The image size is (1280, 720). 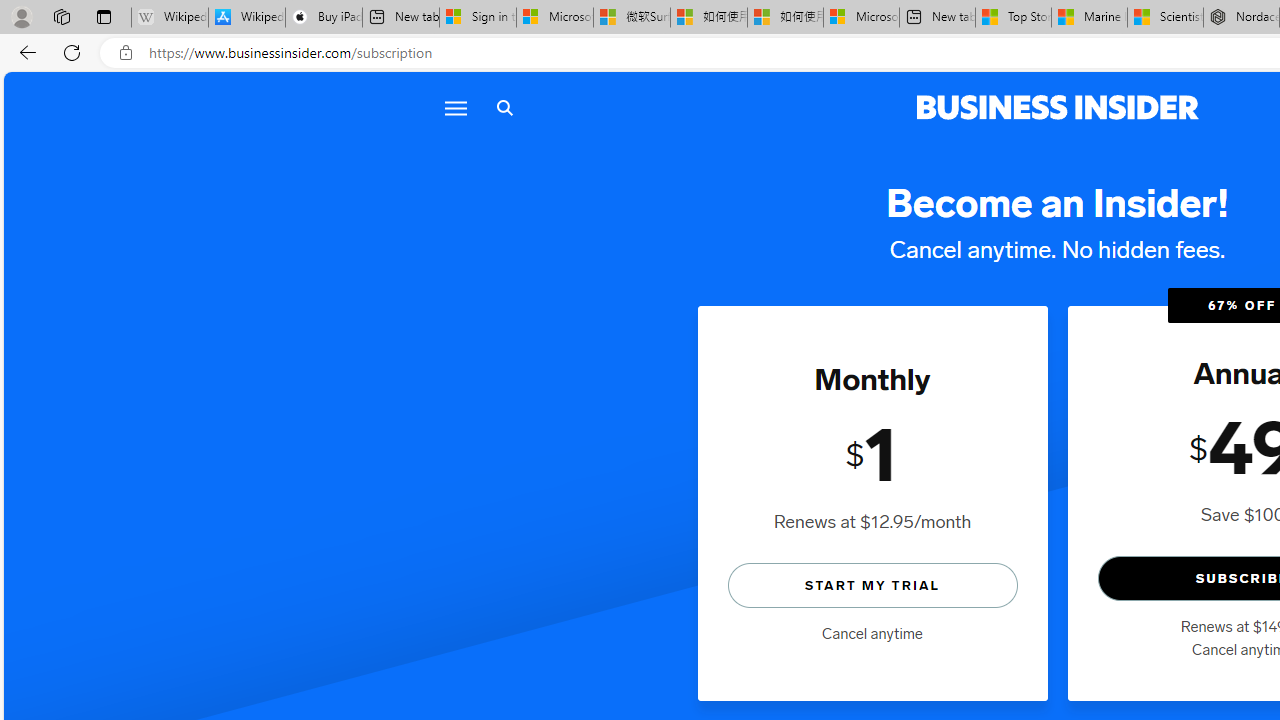 What do you see at coordinates (453, 108) in the screenshot?
I see `'Menu'` at bounding box center [453, 108].